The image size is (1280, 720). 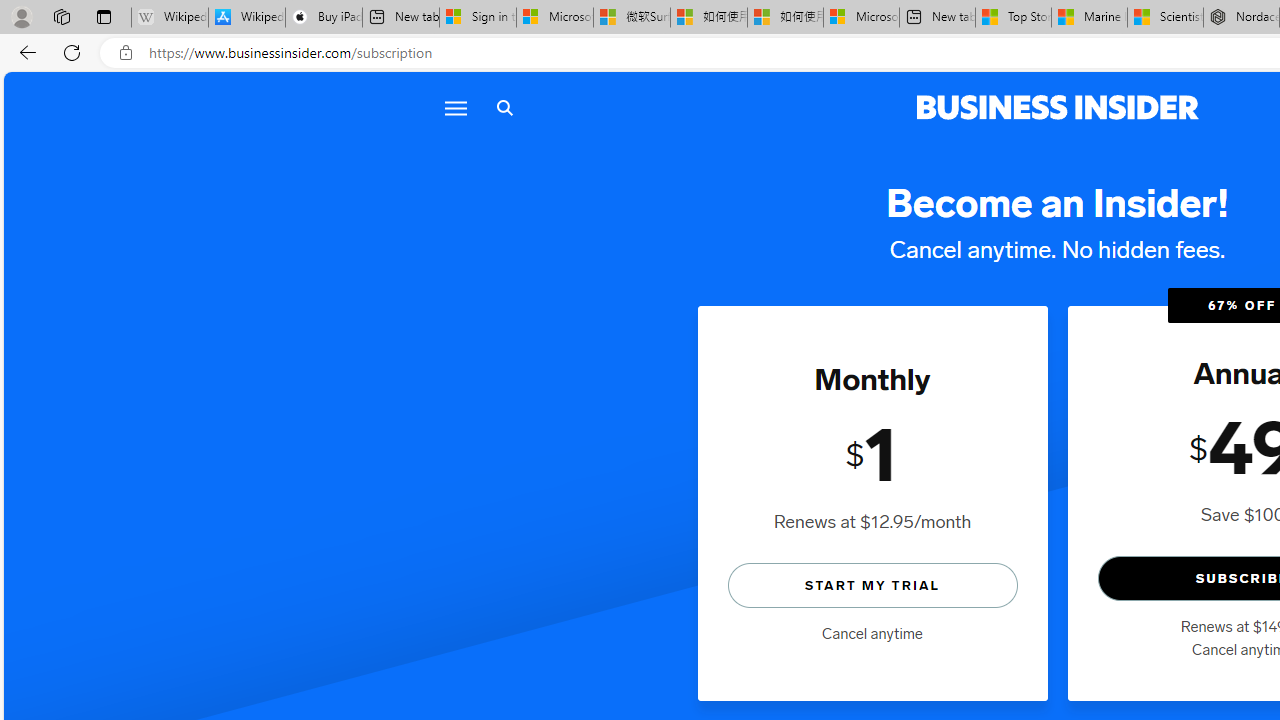 What do you see at coordinates (453, 108) in the screenshot?
I see `'Menu'` at bounding box center [453, 108].